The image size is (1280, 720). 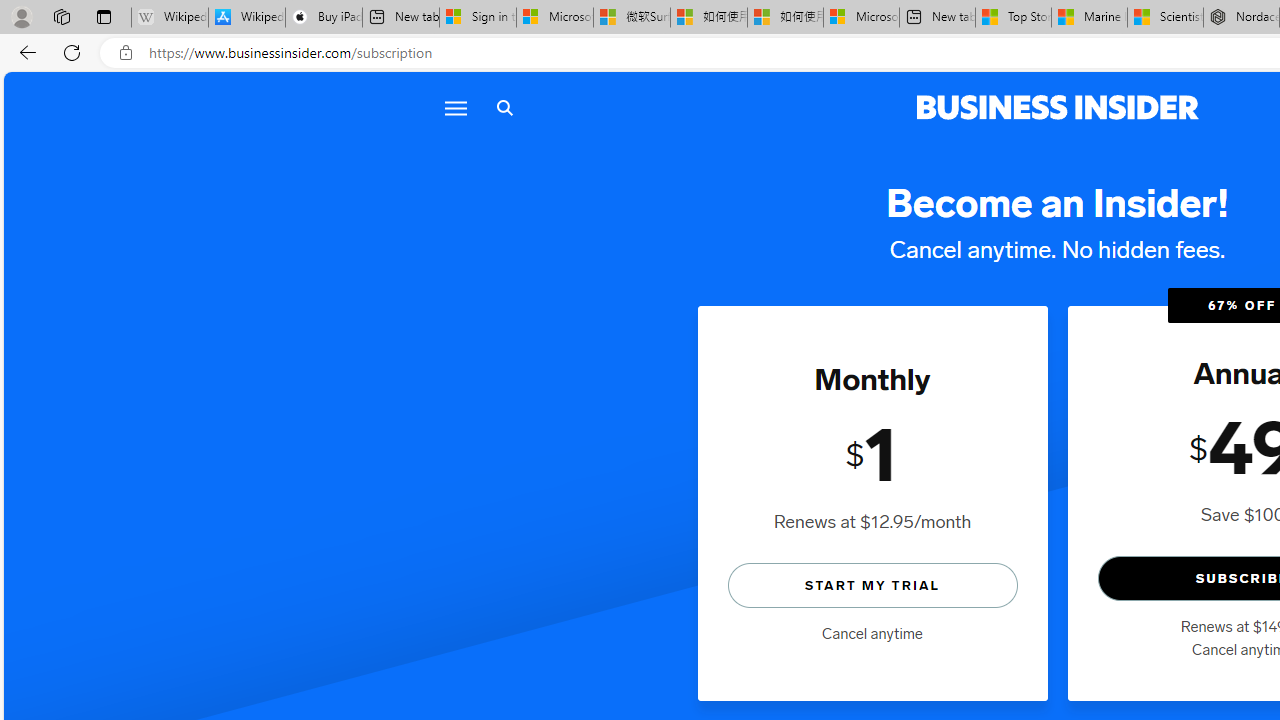 What do you see at coordinates (453, 108) in the screenshot?
I see `'Menu'` at bounding box center [453, 108].